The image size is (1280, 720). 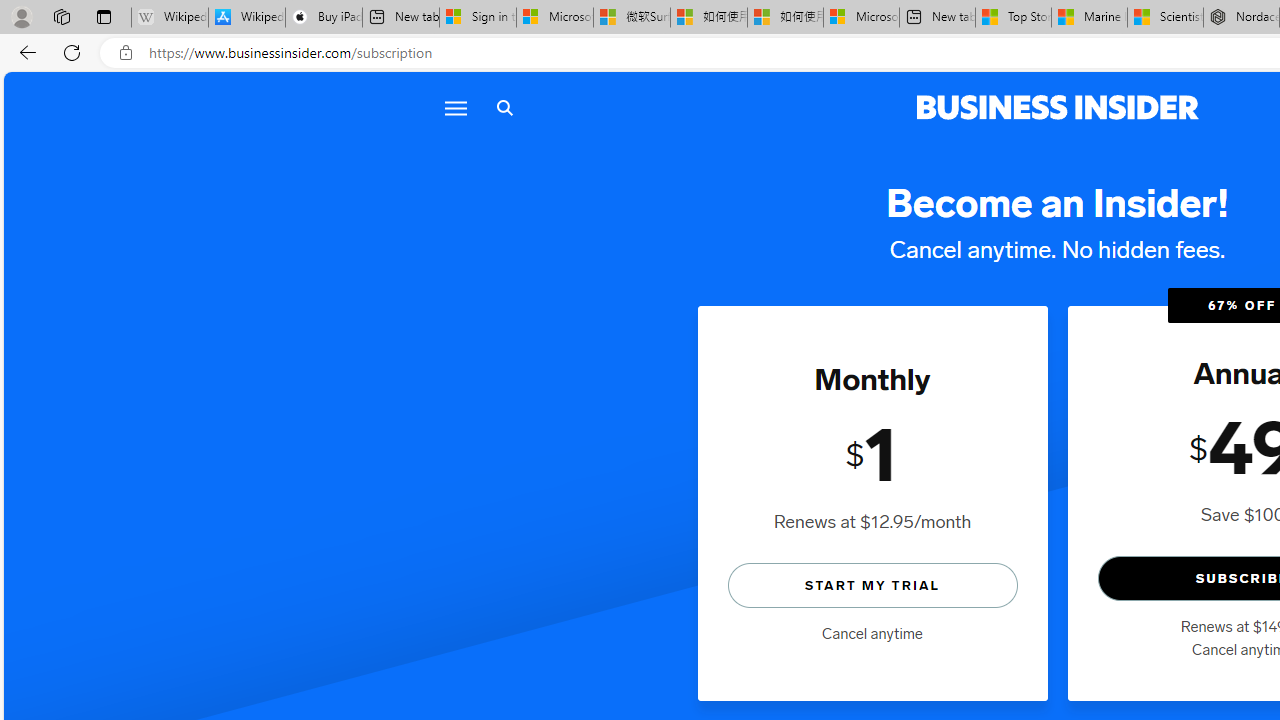 What do you see at coordinates (453, 108) in the screenshot?
I see `'Menu'` at bounding box center [453, 108].